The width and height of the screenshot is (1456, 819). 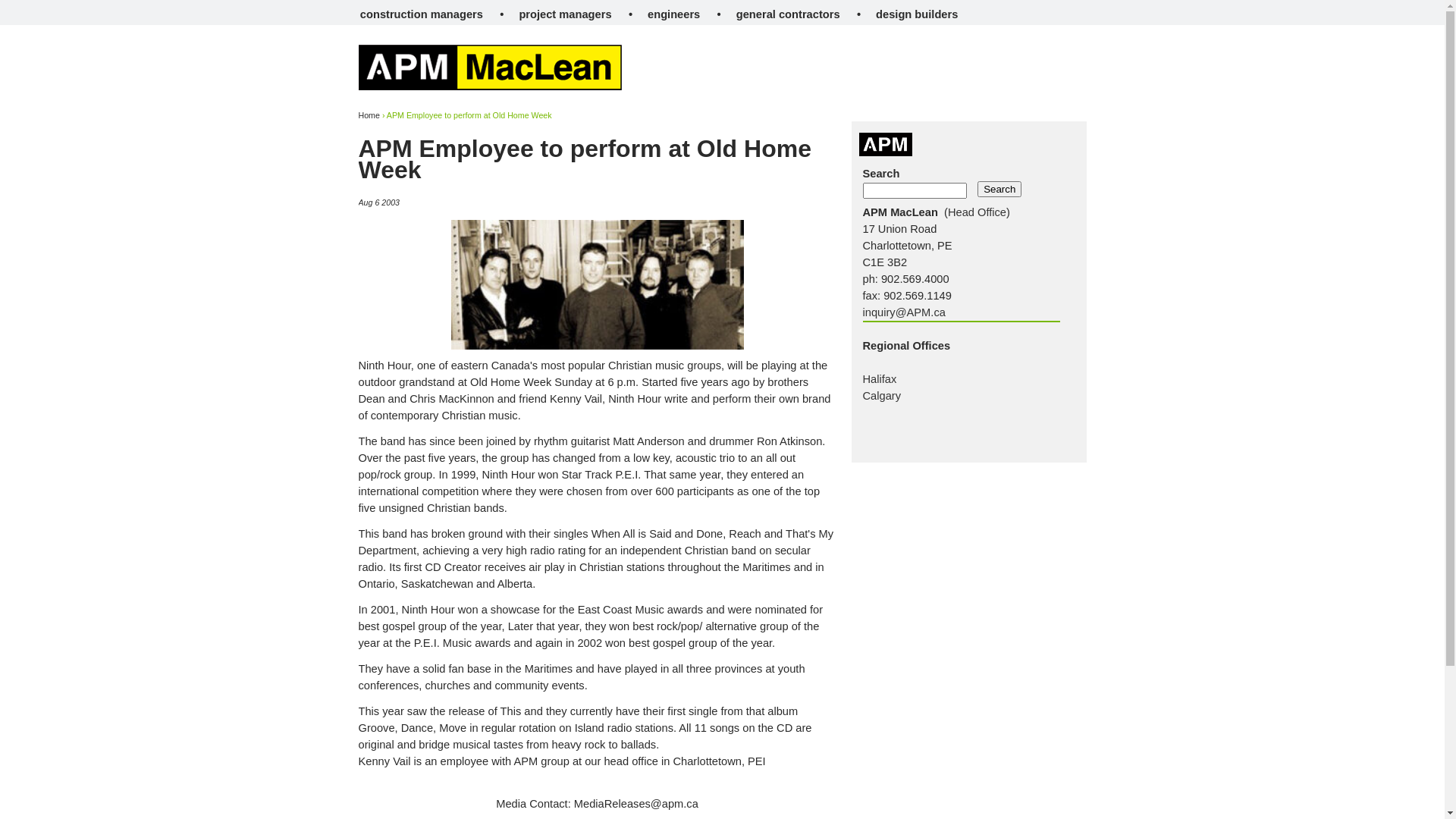 I want to click on 'Head Office', so click(x=977, y=212).